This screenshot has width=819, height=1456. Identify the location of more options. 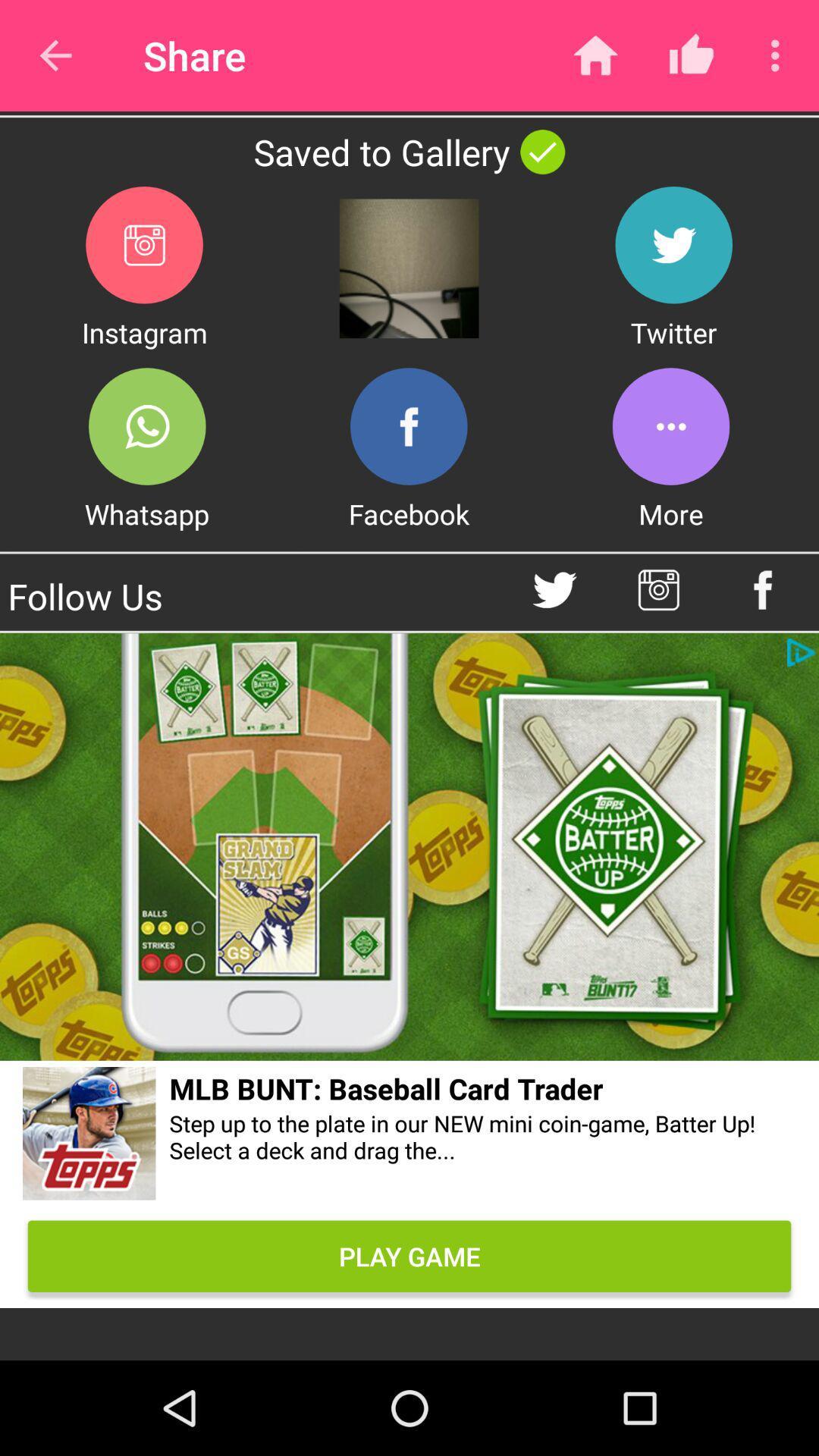
(670, 425).